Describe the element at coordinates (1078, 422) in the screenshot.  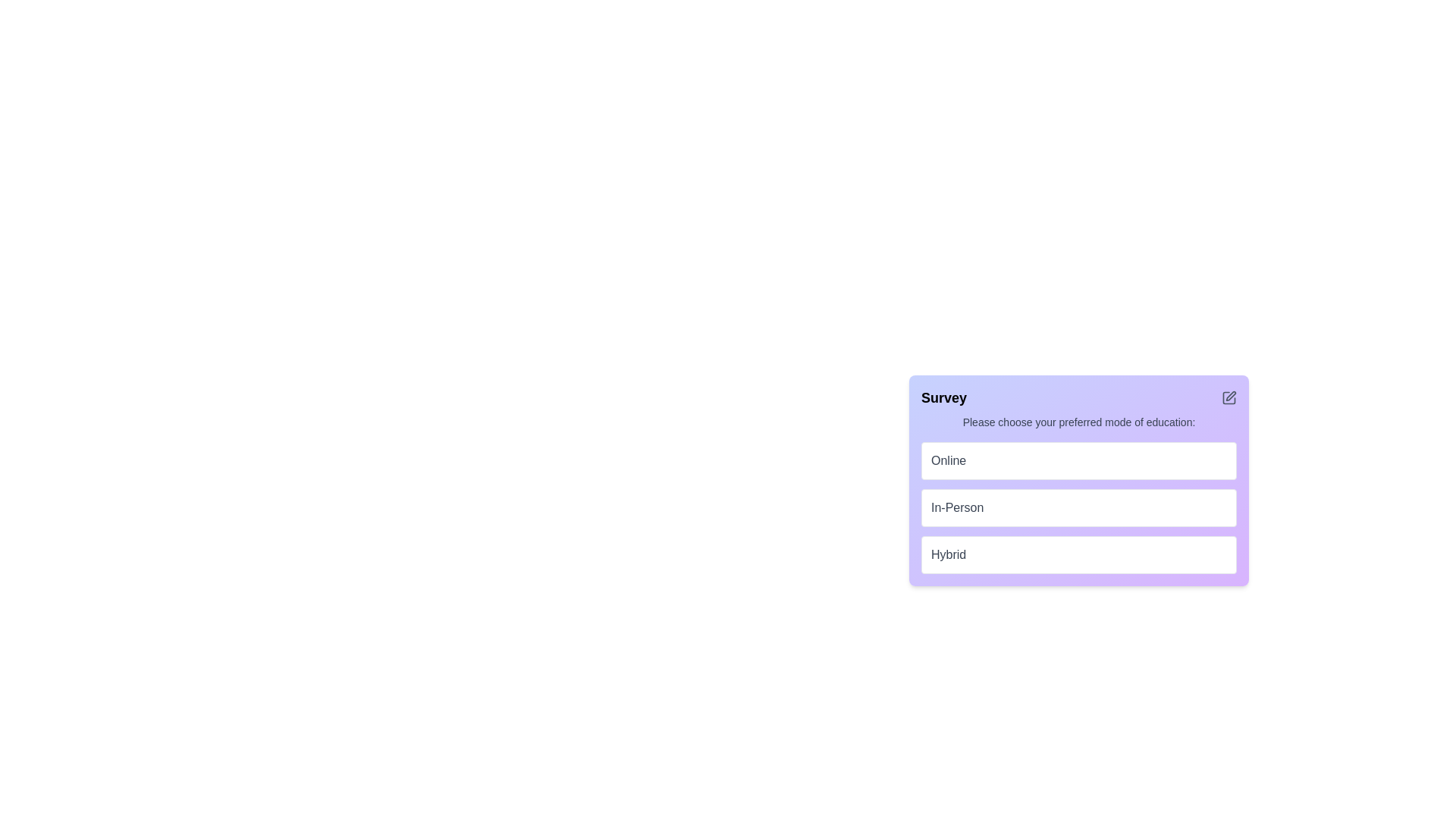
I see `the Text Label that prompts users to select their preferred mode of education, located beneath the 'Survey' header and above the options 'Online', 'In-Person', and 'Hybrid'` at that location.